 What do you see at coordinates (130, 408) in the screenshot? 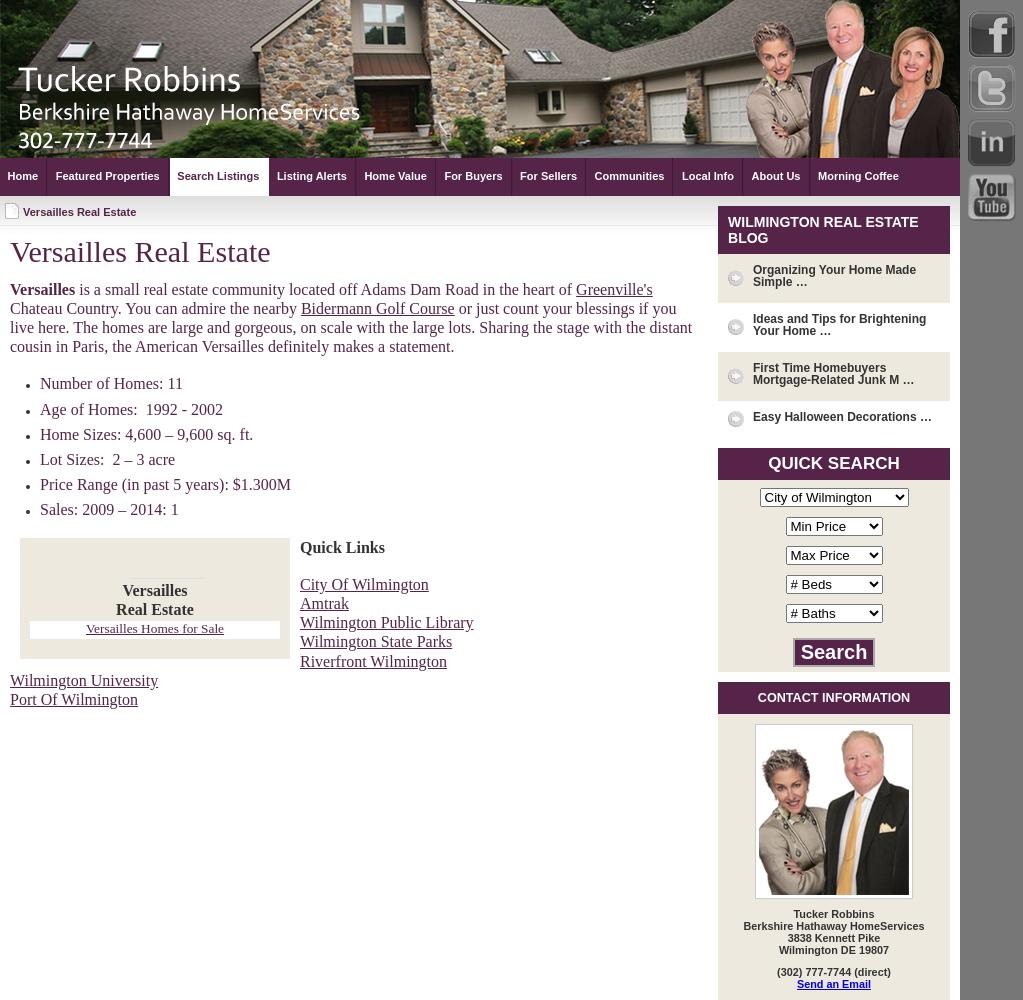
I see `'Age of Homes:  1992 - 2002'` at bounding box center [130, 408].